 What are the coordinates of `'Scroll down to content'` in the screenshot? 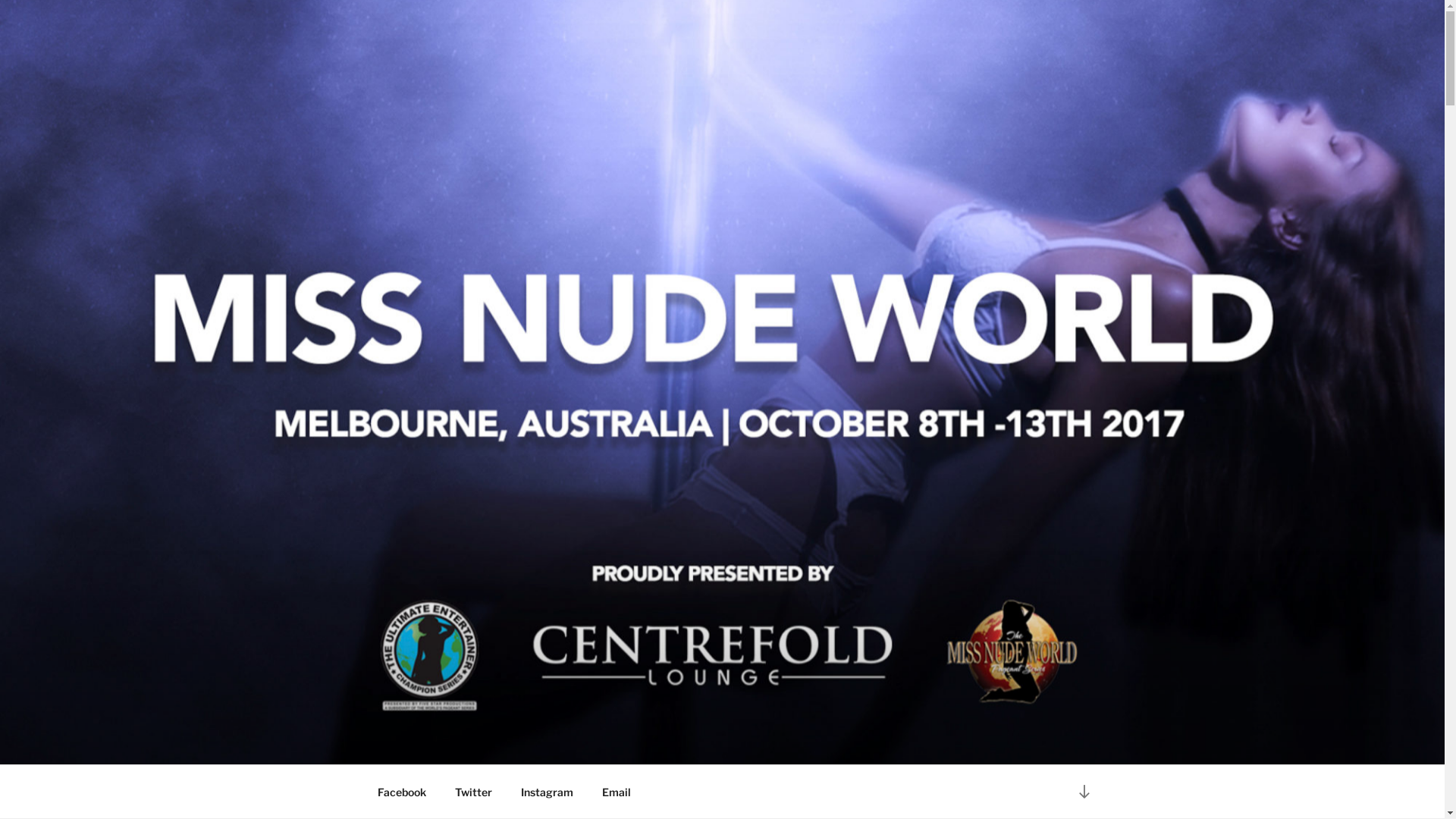 It's located at (1083, 790).